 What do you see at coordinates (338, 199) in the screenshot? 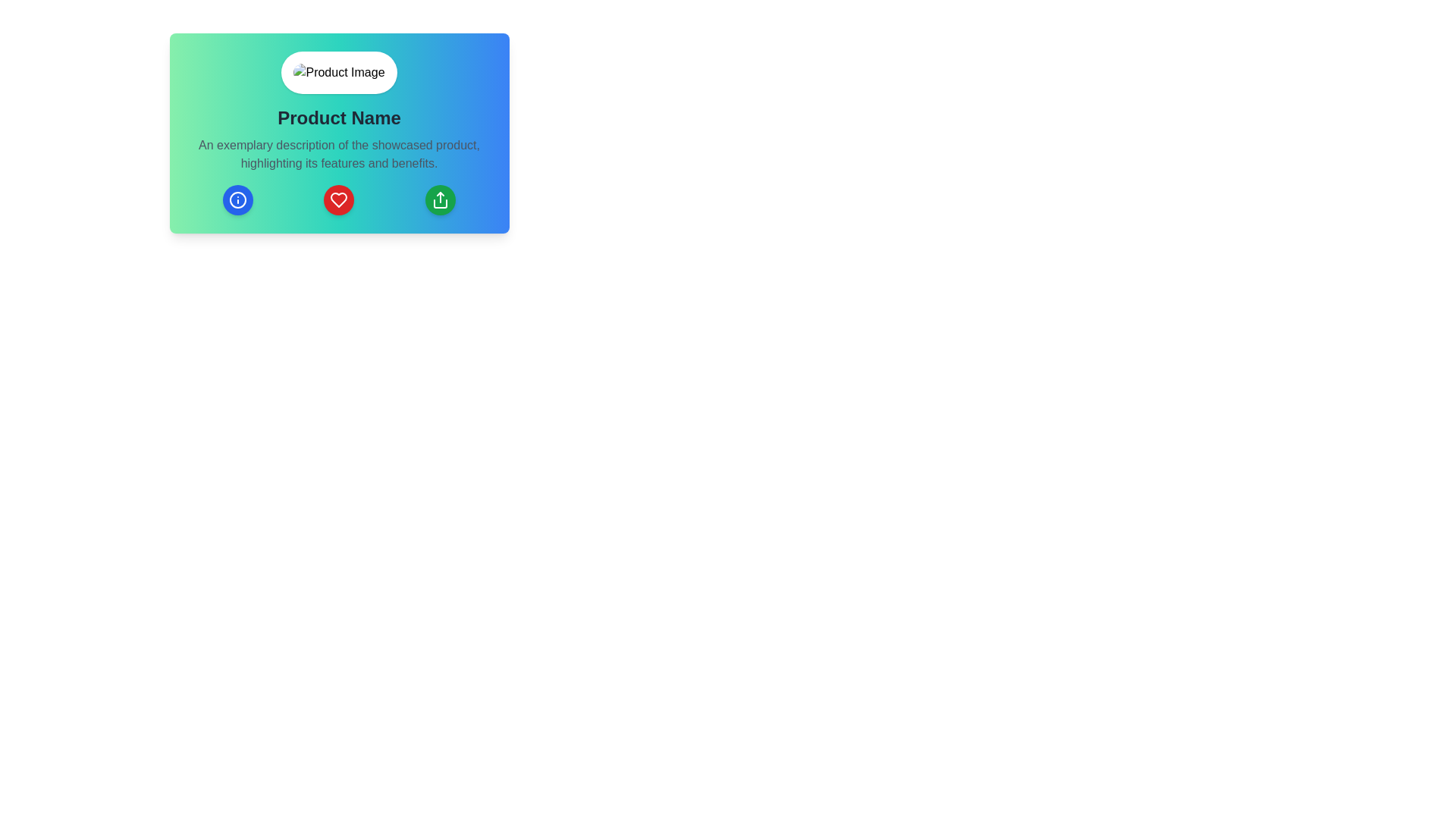
I see `the circular red button with a white heart icon to like or favorite the product` at bounding box center [338, 199].